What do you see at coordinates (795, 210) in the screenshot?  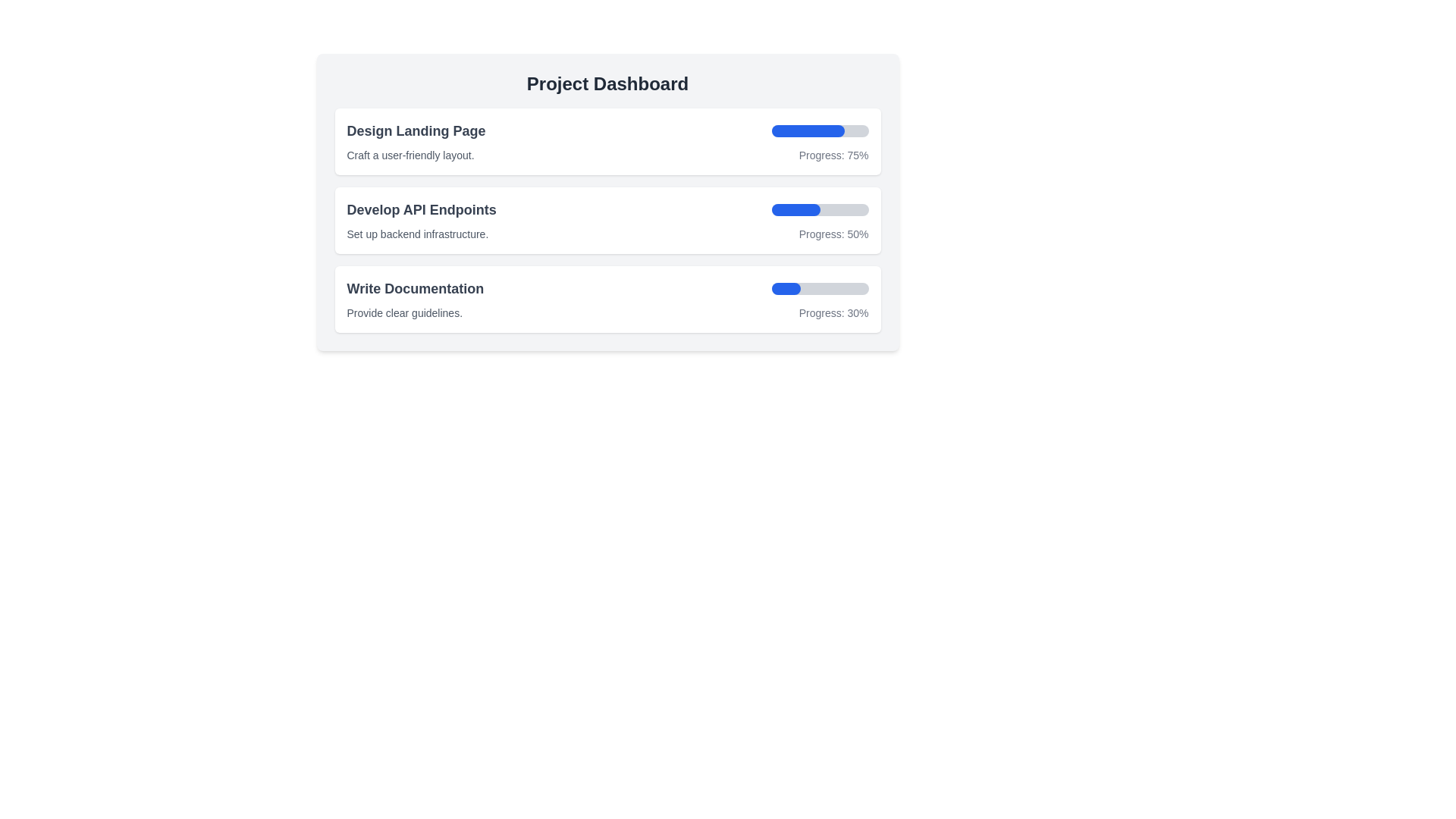 I see `the blue rectangular Progress Indicator that is filled approximately halfway, located in the middle row under the title 'Develop API Endpoints'` at bounding box center [795, 210].